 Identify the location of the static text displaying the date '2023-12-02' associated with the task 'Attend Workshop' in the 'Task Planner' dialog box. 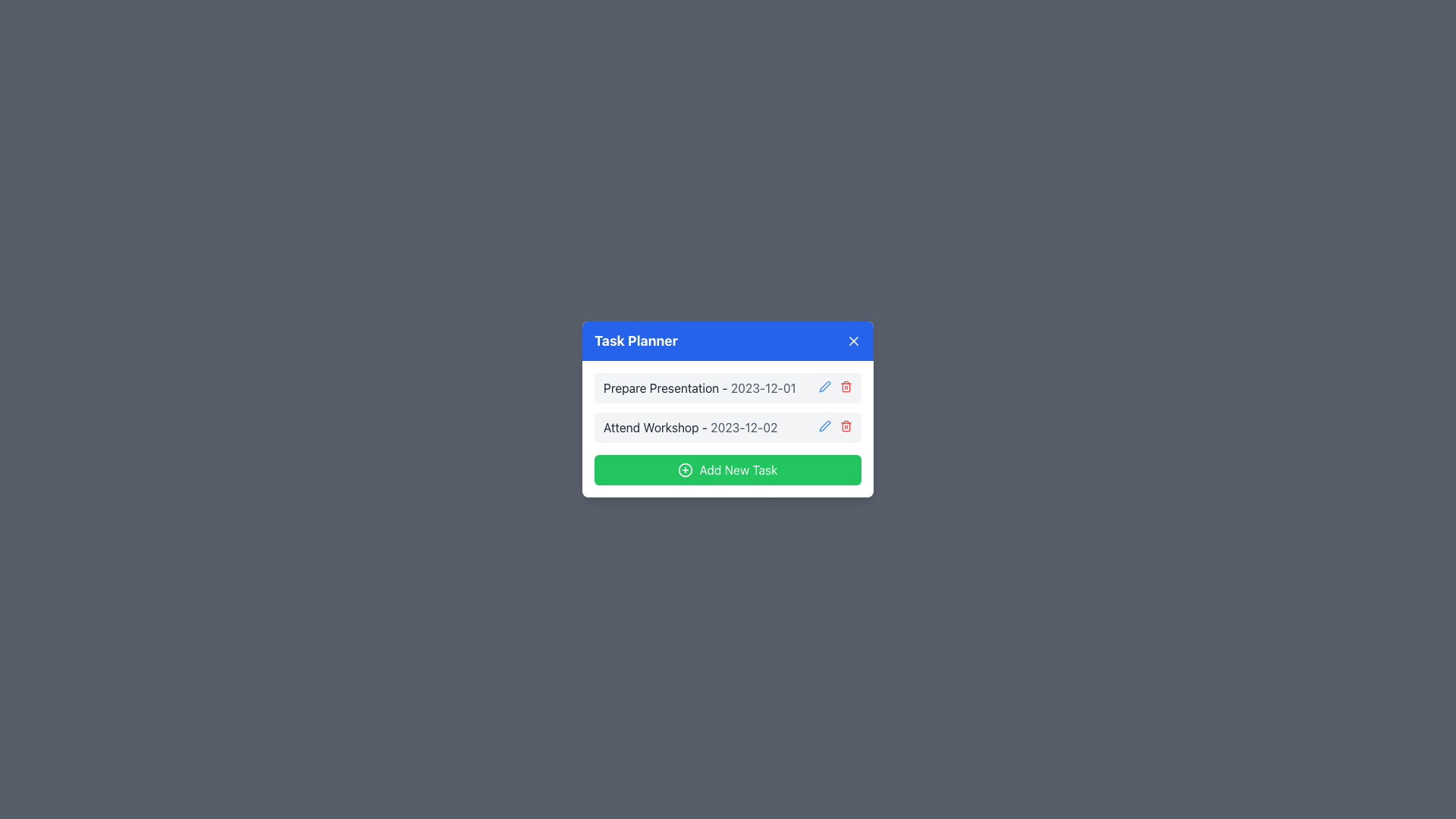
(744, 427).